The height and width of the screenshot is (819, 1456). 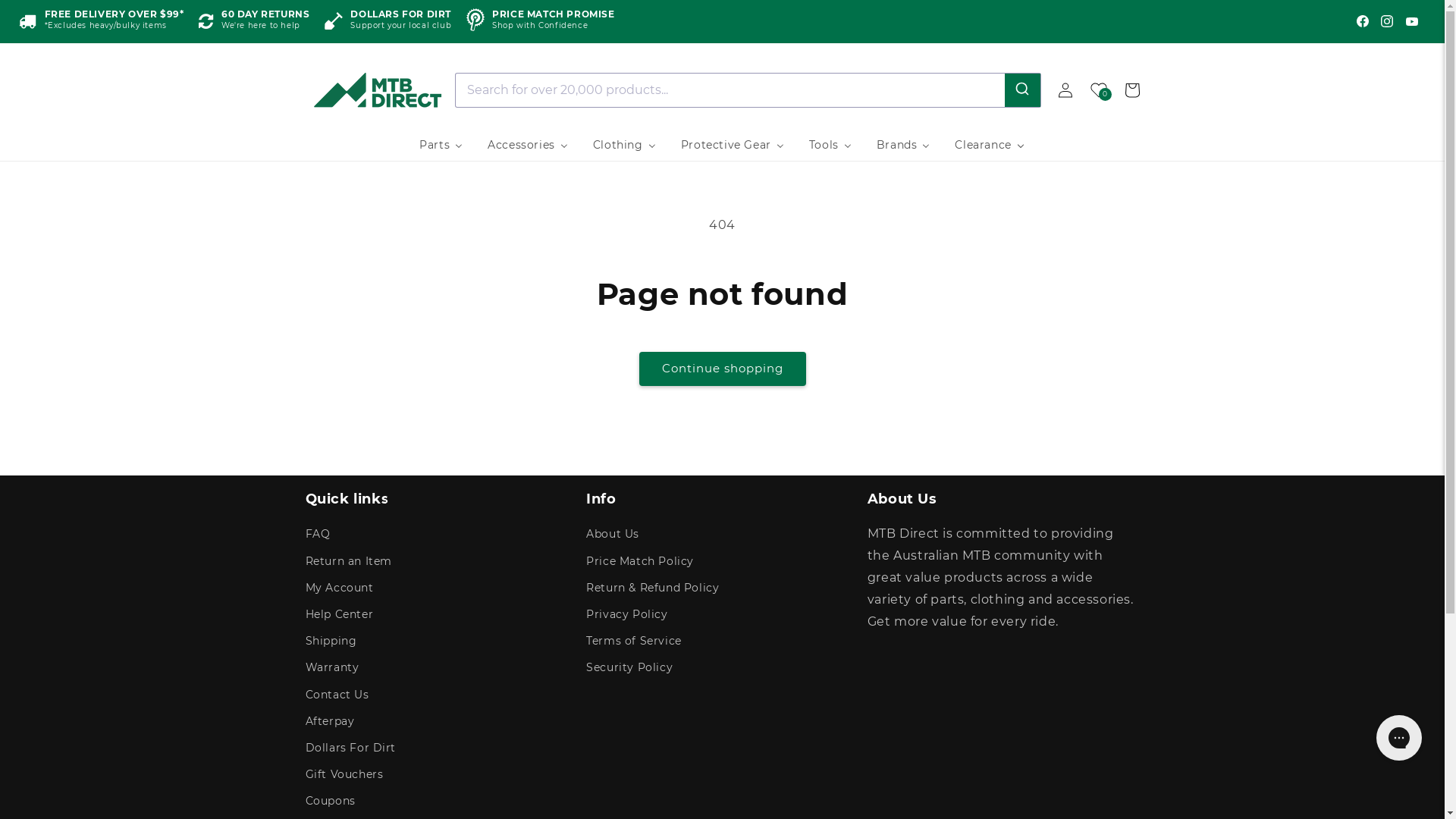 I want to click on 'Log in', so click(x=1047, y=89).